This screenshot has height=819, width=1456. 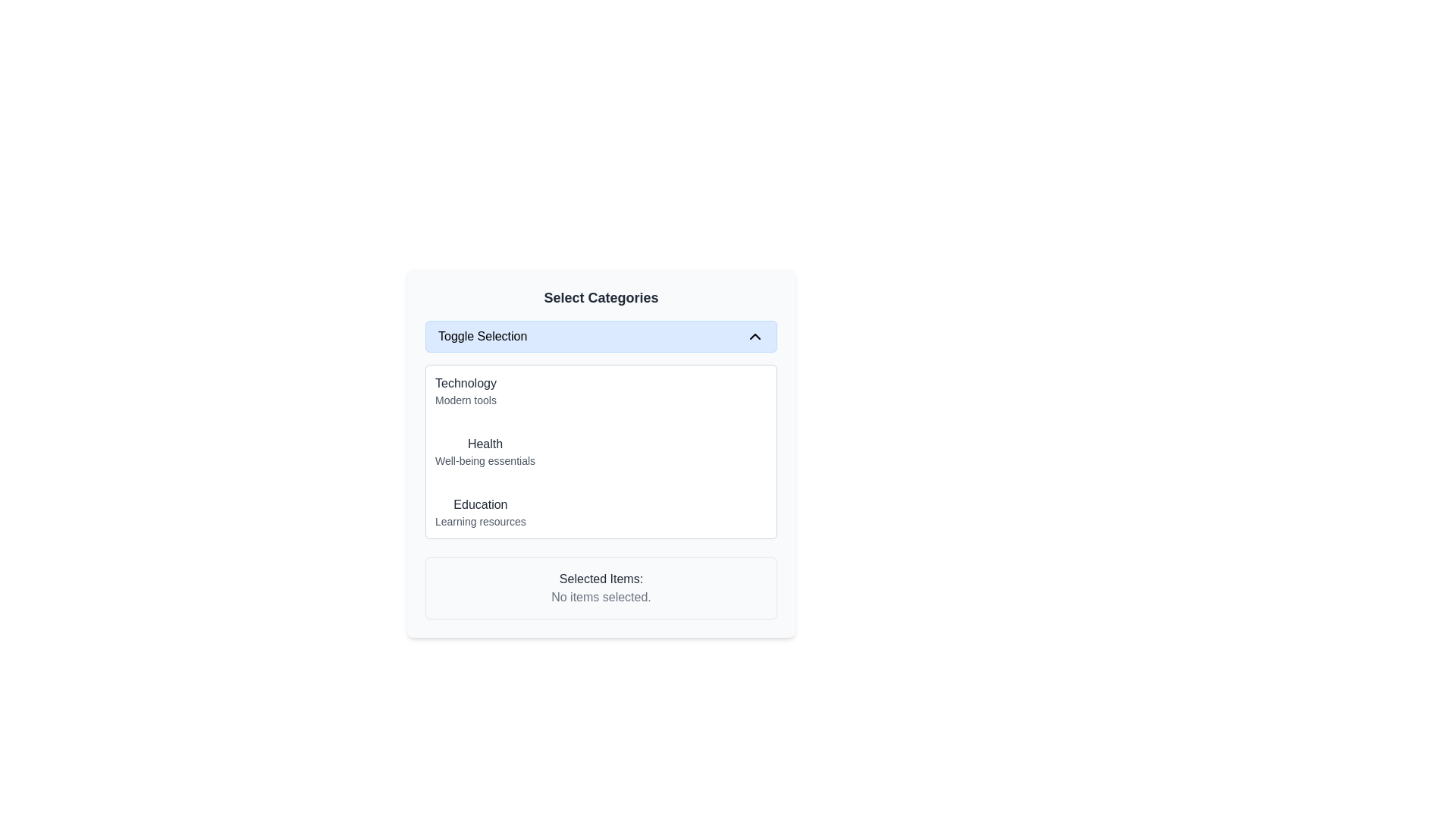 I want to click on the text label that serves as a subtitle for the 'Education' category, located near the bottom of the 'Select Categories' box, so click(x=479, y=520).